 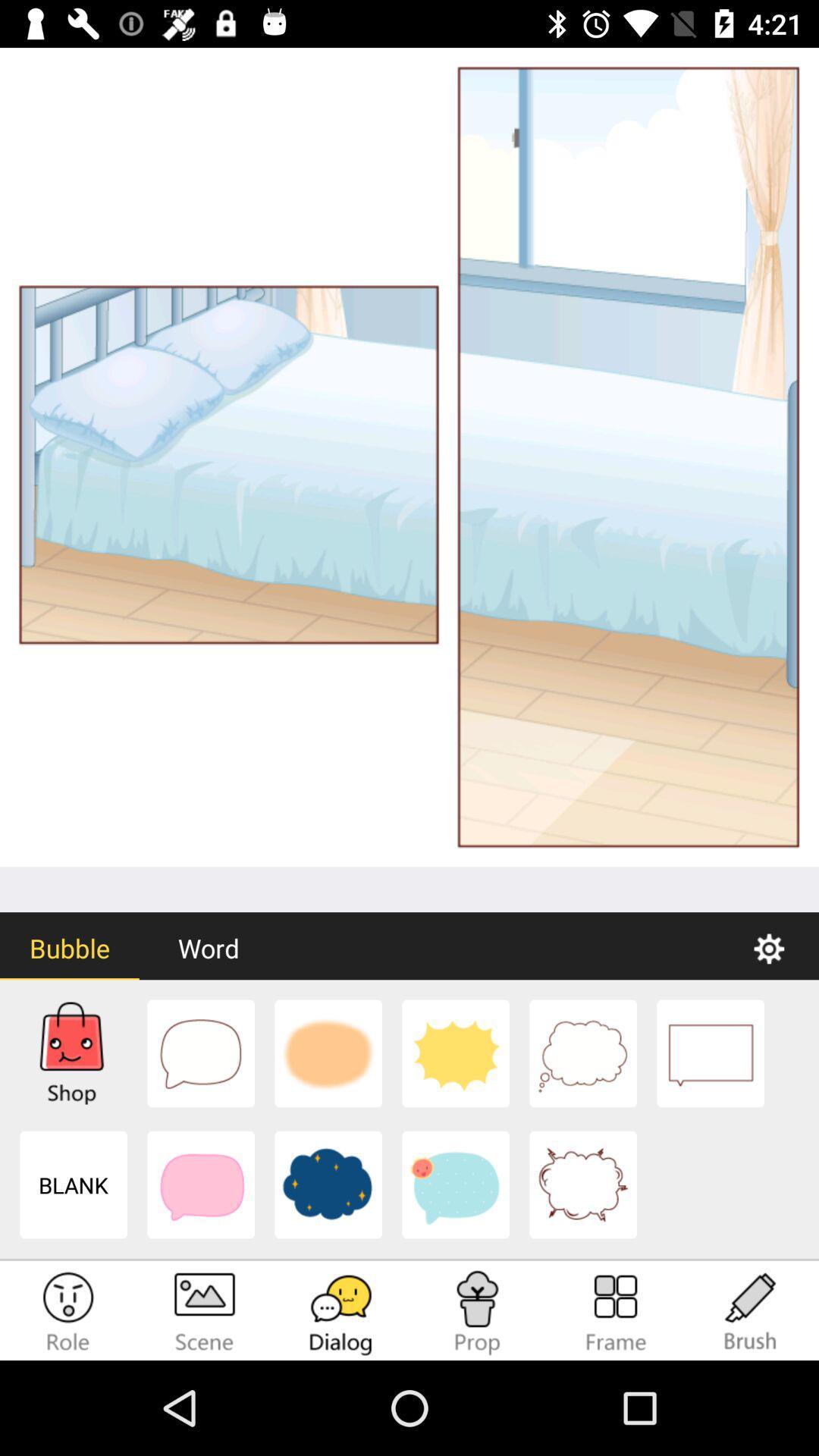 What do you see at coordinates (200, 1185) in the screenshot?
I see `the pink chat icon which is just above the scene icon` at bounding box center [200, 1185].